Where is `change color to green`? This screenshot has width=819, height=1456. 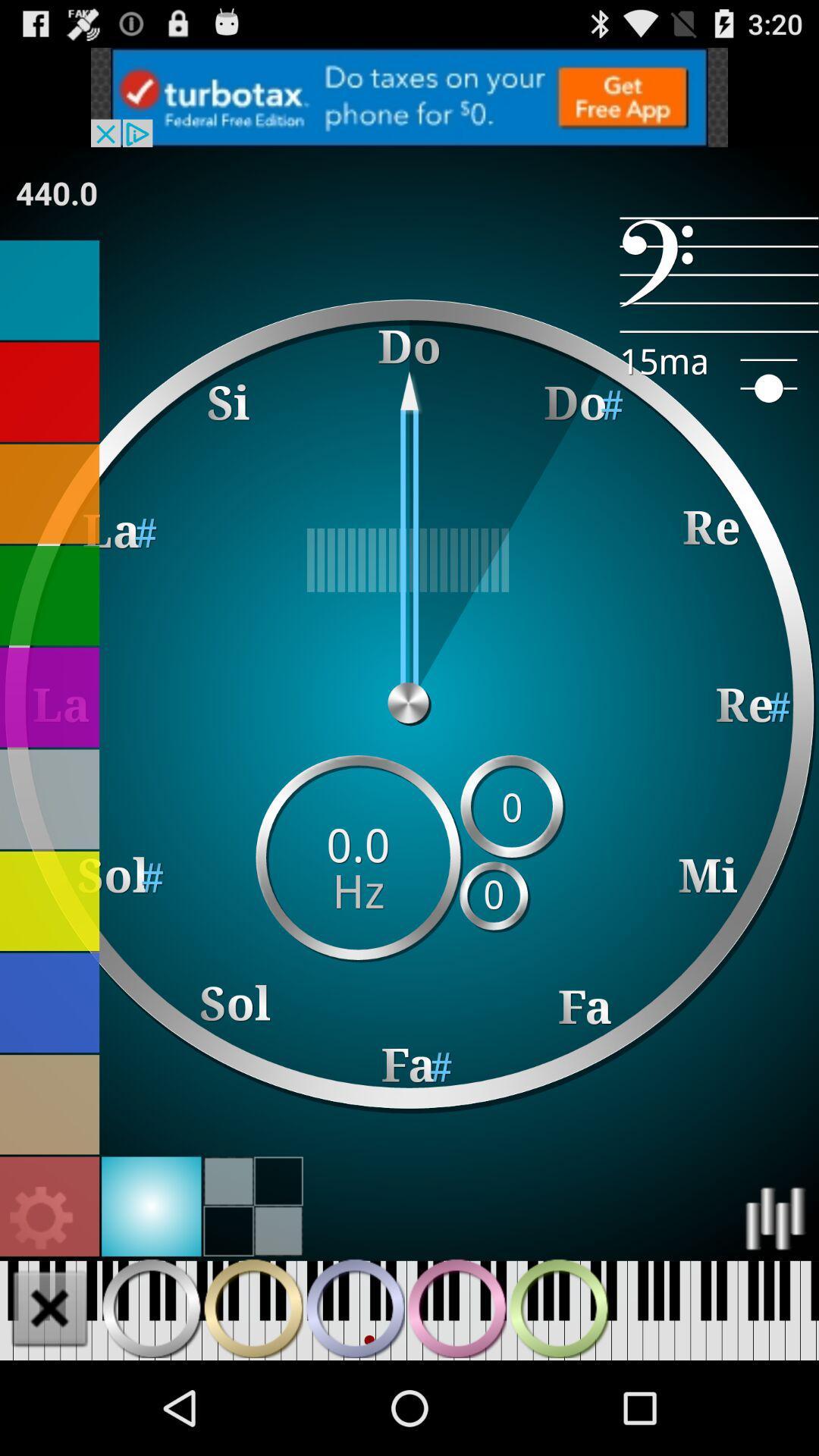
change color to green is located at coordinates (49, 595).